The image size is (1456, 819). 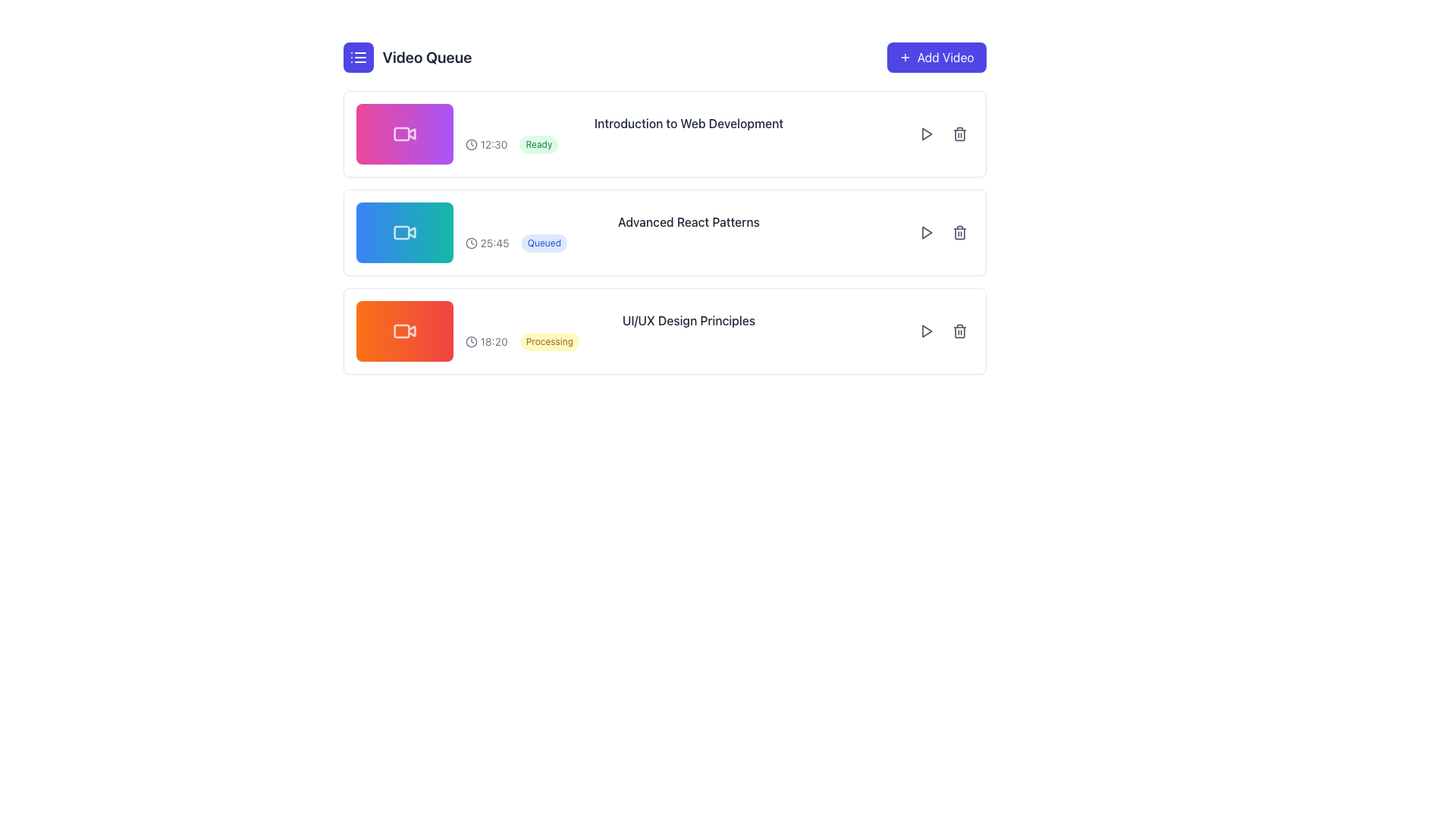 What do you see at coordinates (404, 330) in the screenshot?
I see `the SVG Image Icon representing video content located in the third row of the video list, positioned on the left side of the row within a gradient button` at bounding box center [404, 330].